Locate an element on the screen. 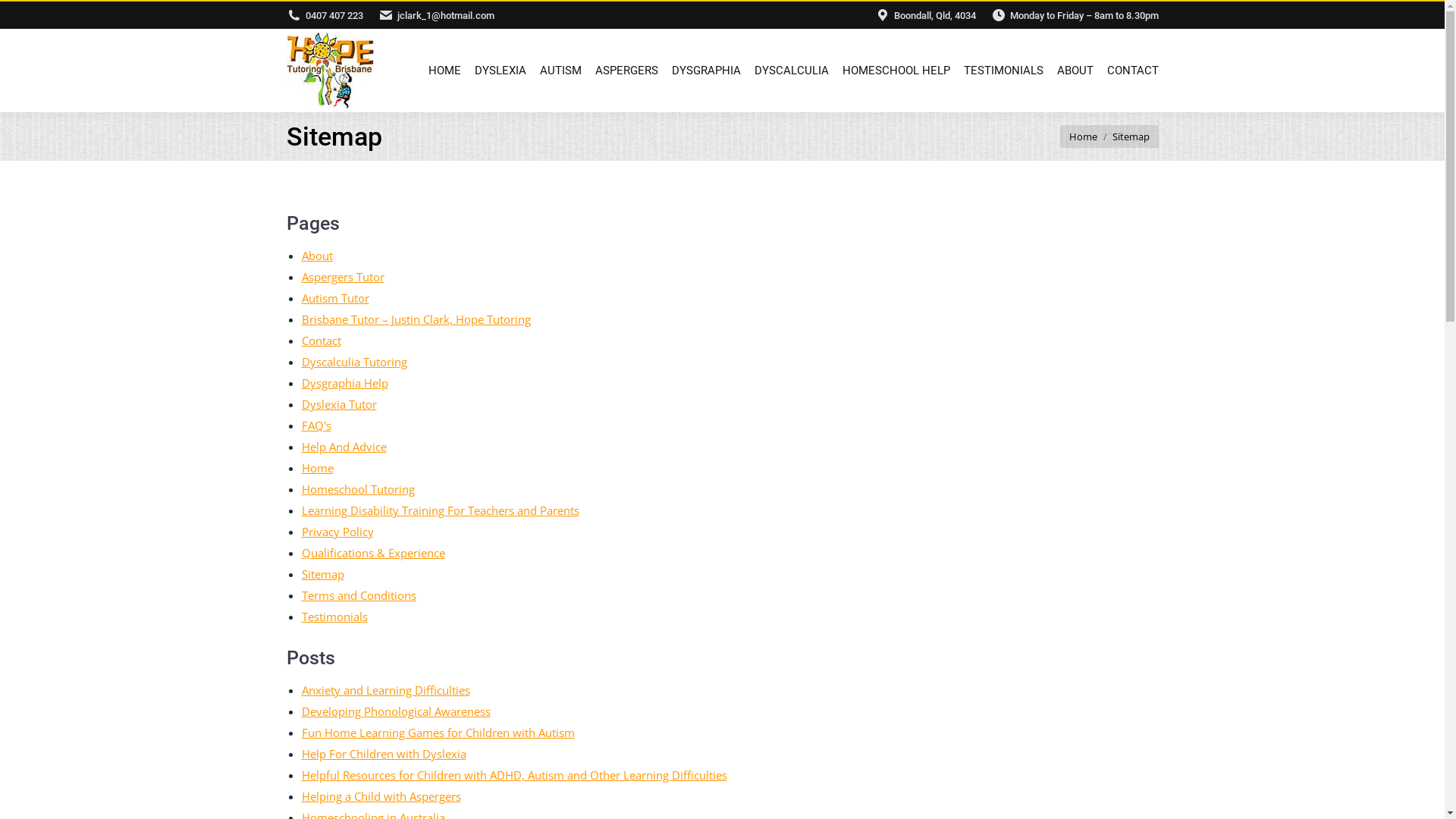  'About' is located at coordinates (316, 254).